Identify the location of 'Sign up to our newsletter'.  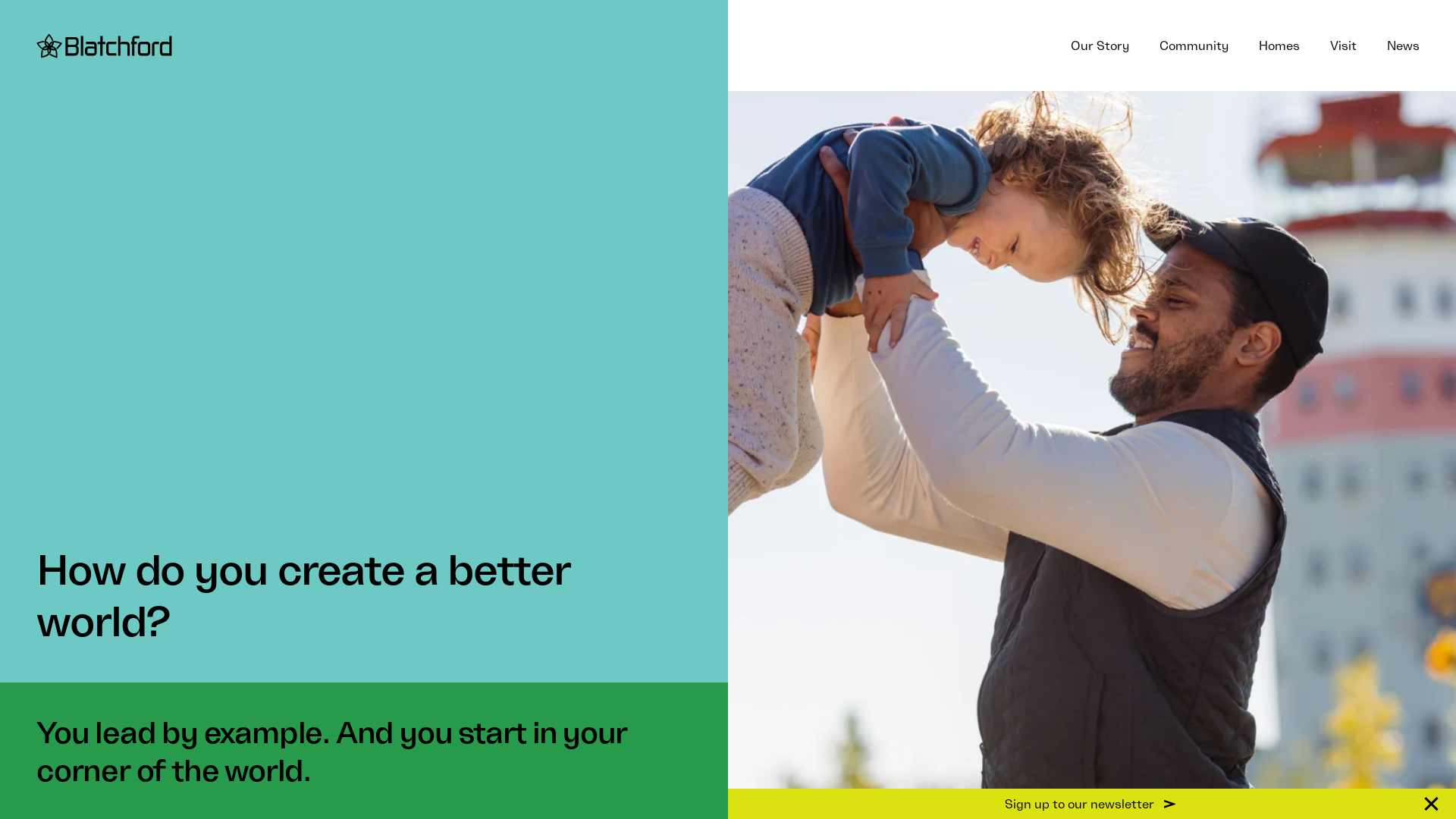
(1092, 803).